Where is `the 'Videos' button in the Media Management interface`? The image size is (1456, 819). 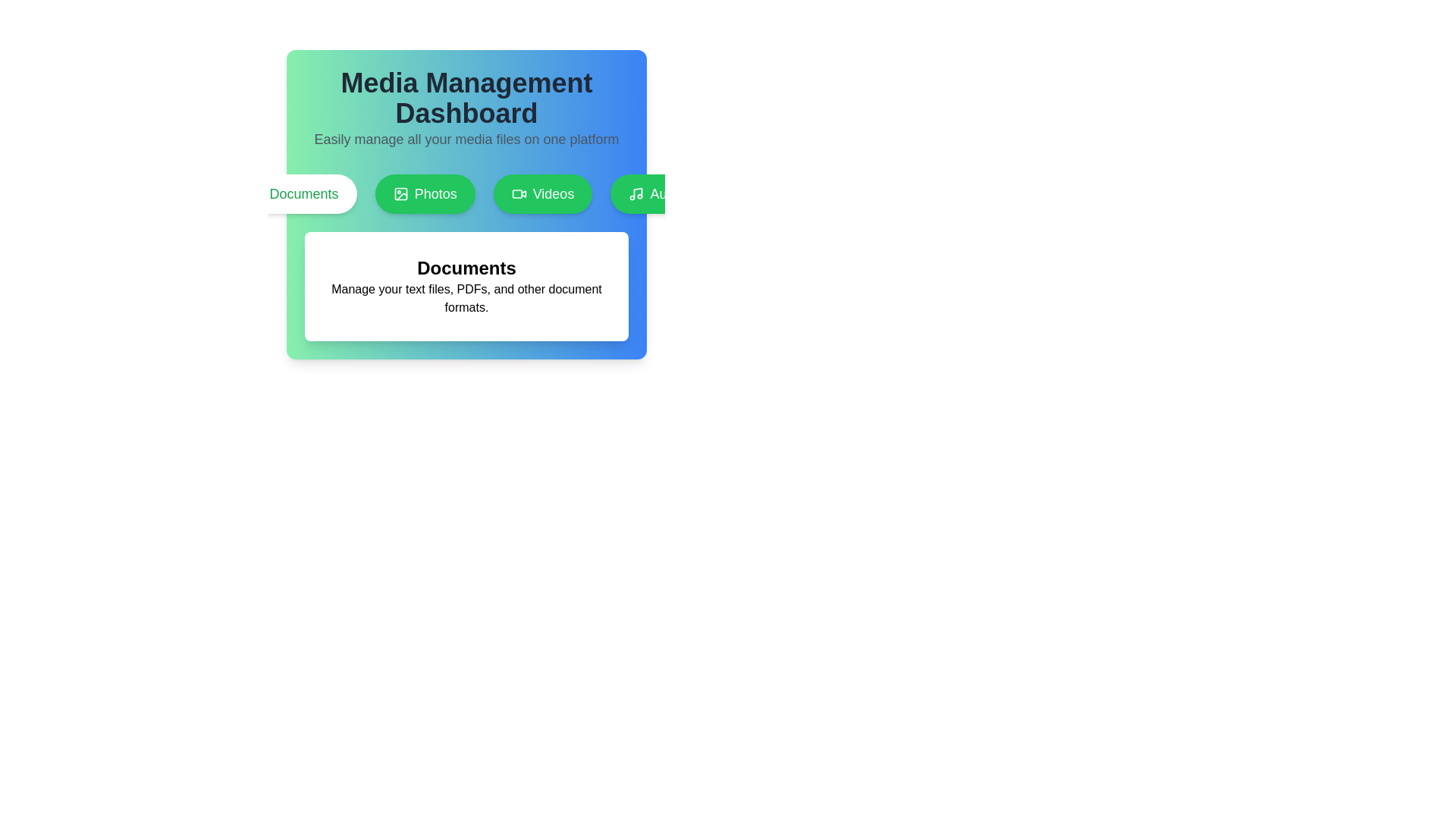
the 'Videos' button in the Media Management interface is located at coordinates (542, 193).